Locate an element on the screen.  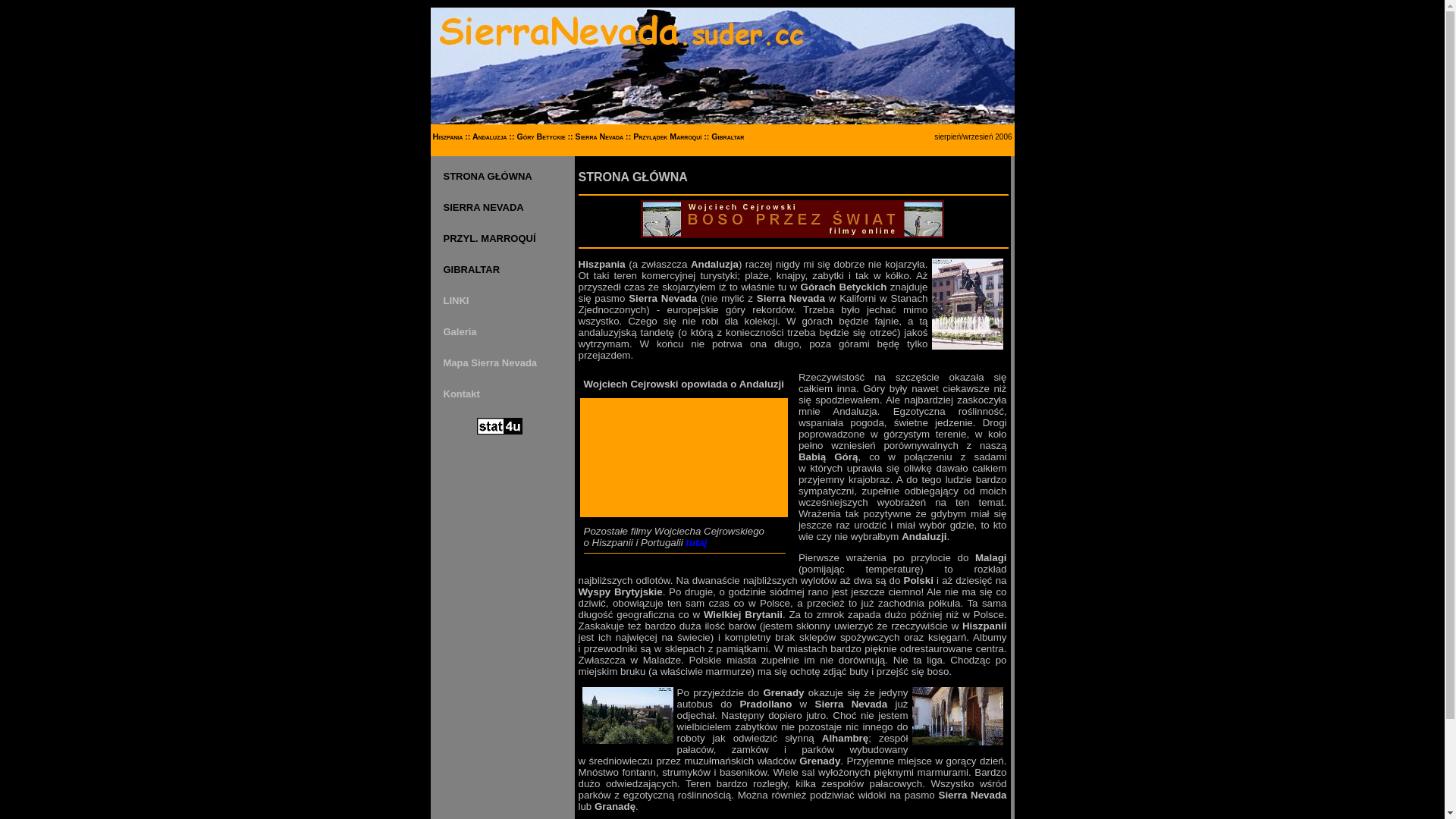
'GIBRALTAR' is located at coordinates (470, 268).